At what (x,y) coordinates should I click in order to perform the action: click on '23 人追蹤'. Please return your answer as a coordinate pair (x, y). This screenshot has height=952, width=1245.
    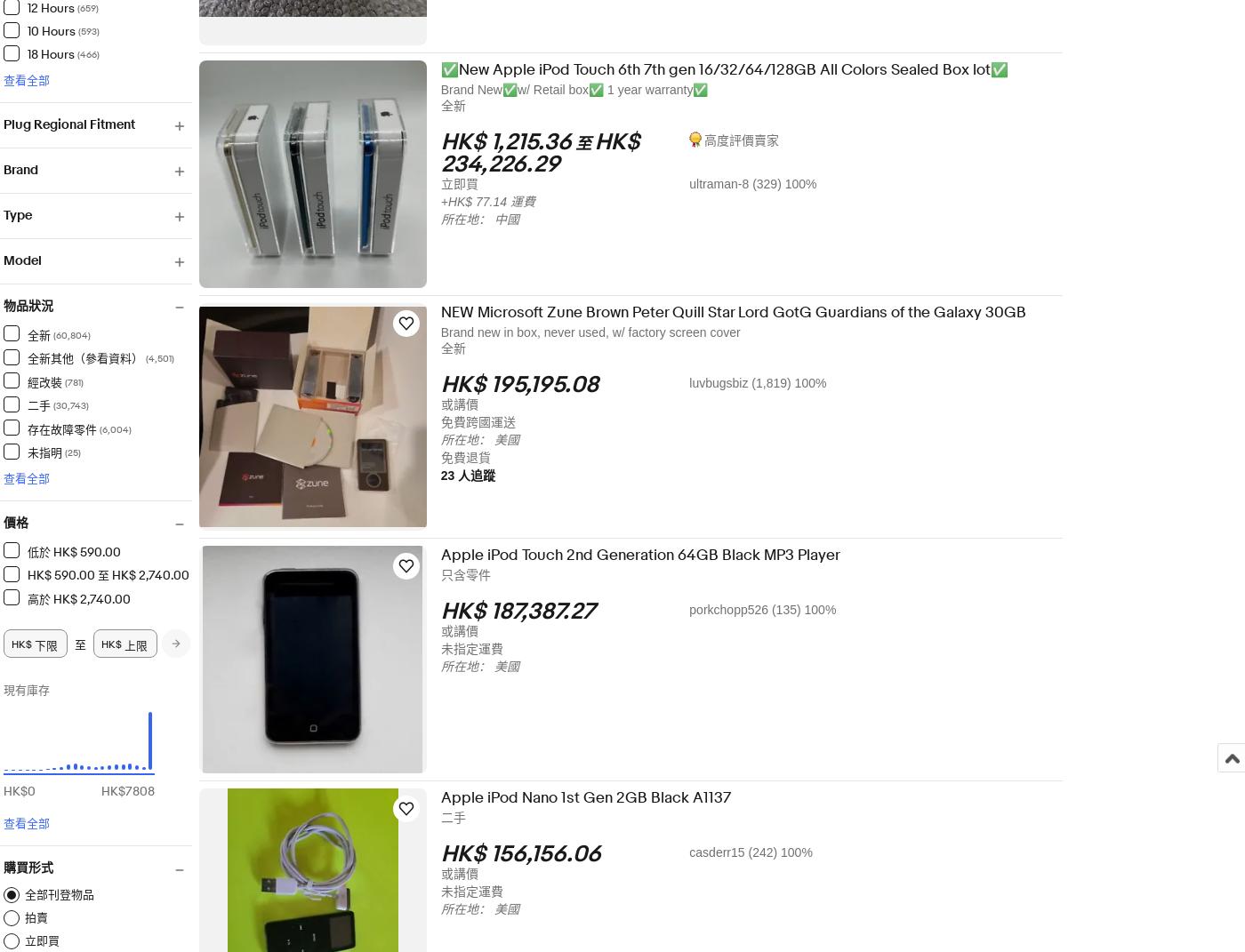
    Looking at the image, I should click on (479, 474).